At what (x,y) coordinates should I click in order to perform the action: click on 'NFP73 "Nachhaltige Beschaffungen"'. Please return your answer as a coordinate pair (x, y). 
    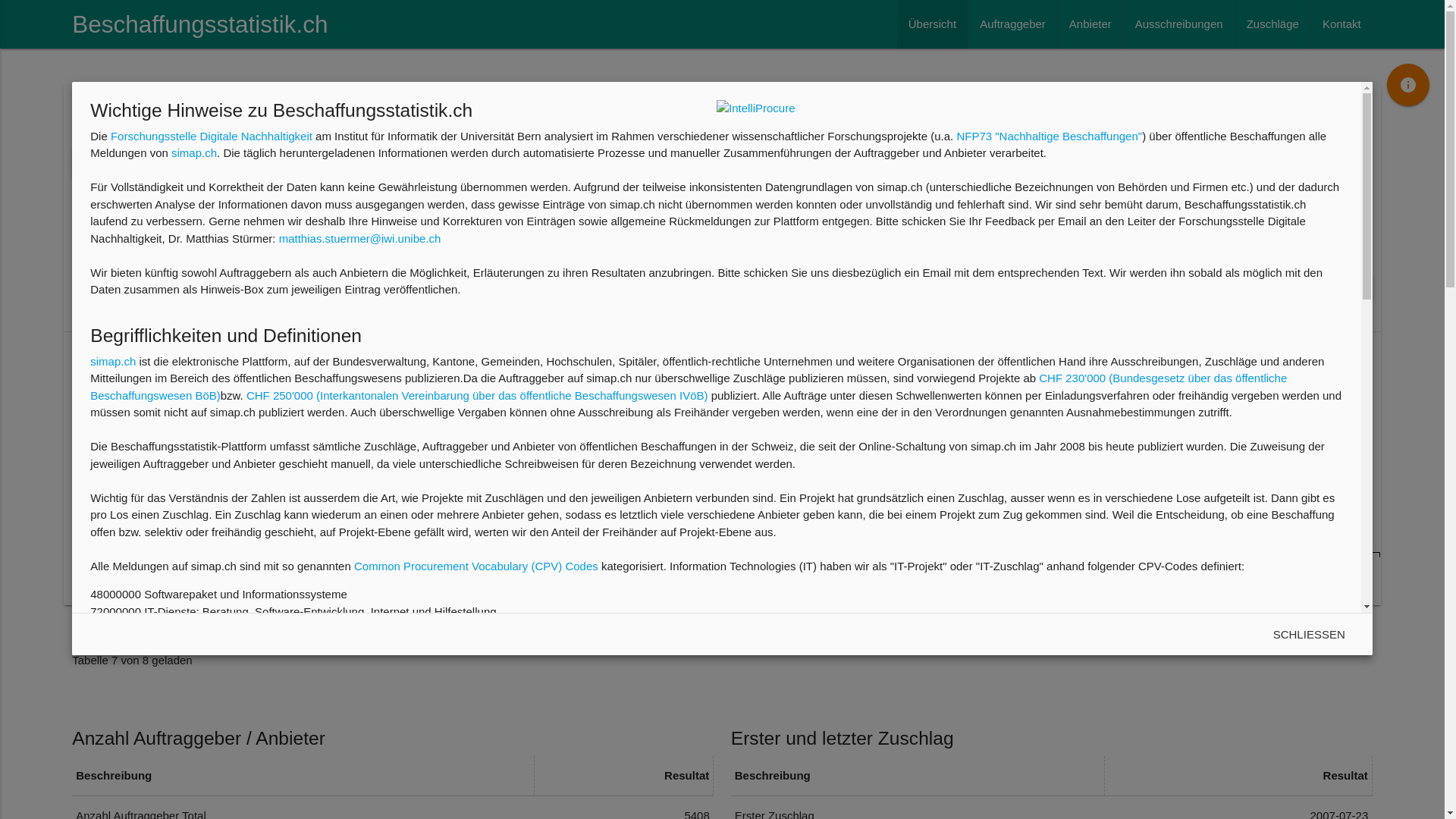
    Looking at the image, I should click on (955, 135).